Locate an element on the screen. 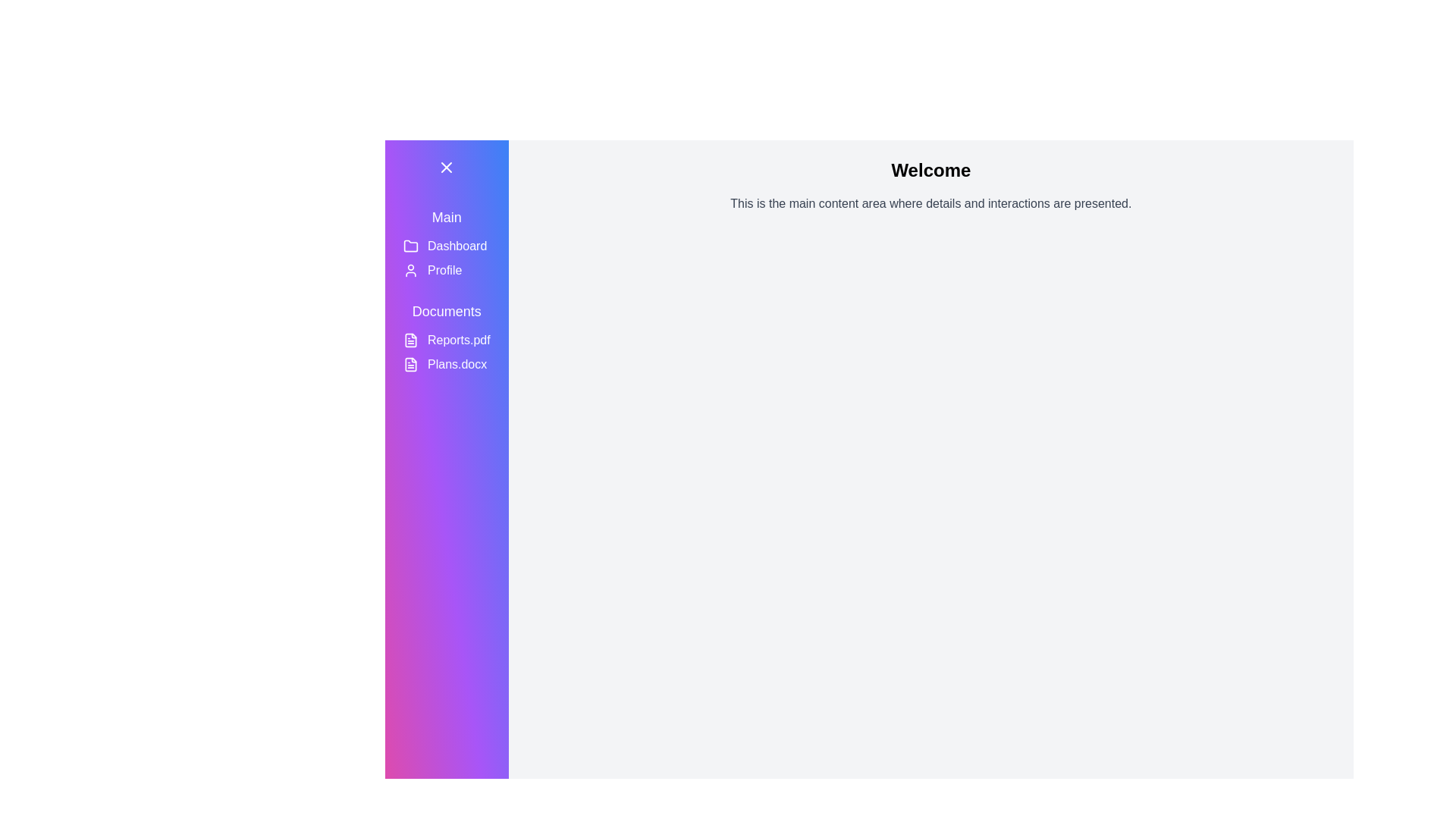 This screenshot has height=819, width=1456. the 'Reports.pdf' text label in the Documents section of the sidebar menu is located at coordinates (458, 339).